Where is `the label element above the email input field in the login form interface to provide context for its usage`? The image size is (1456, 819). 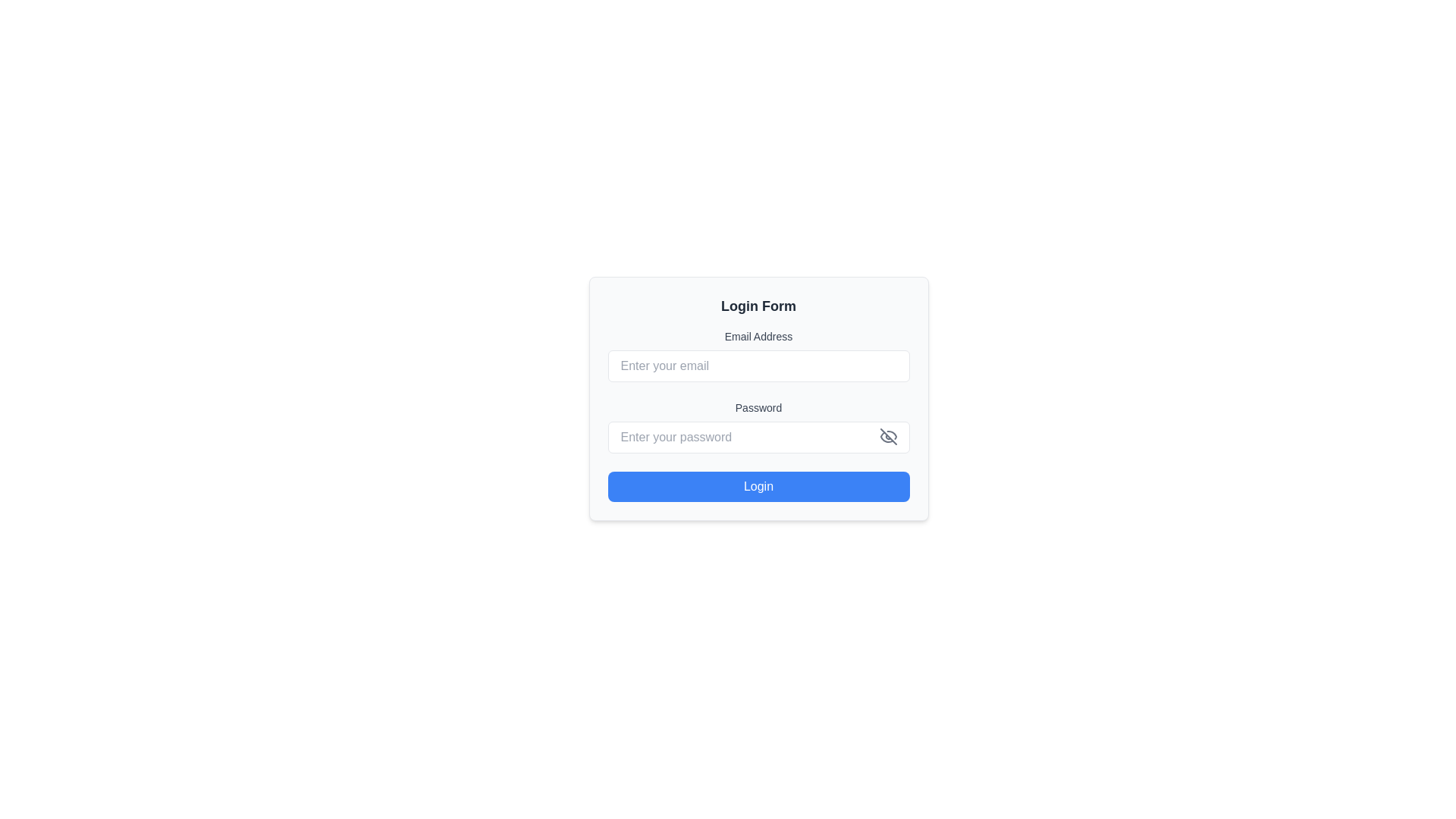
the label element above the email input field in the login form interface to provide context for its usage is located at coordinates (758, 335).